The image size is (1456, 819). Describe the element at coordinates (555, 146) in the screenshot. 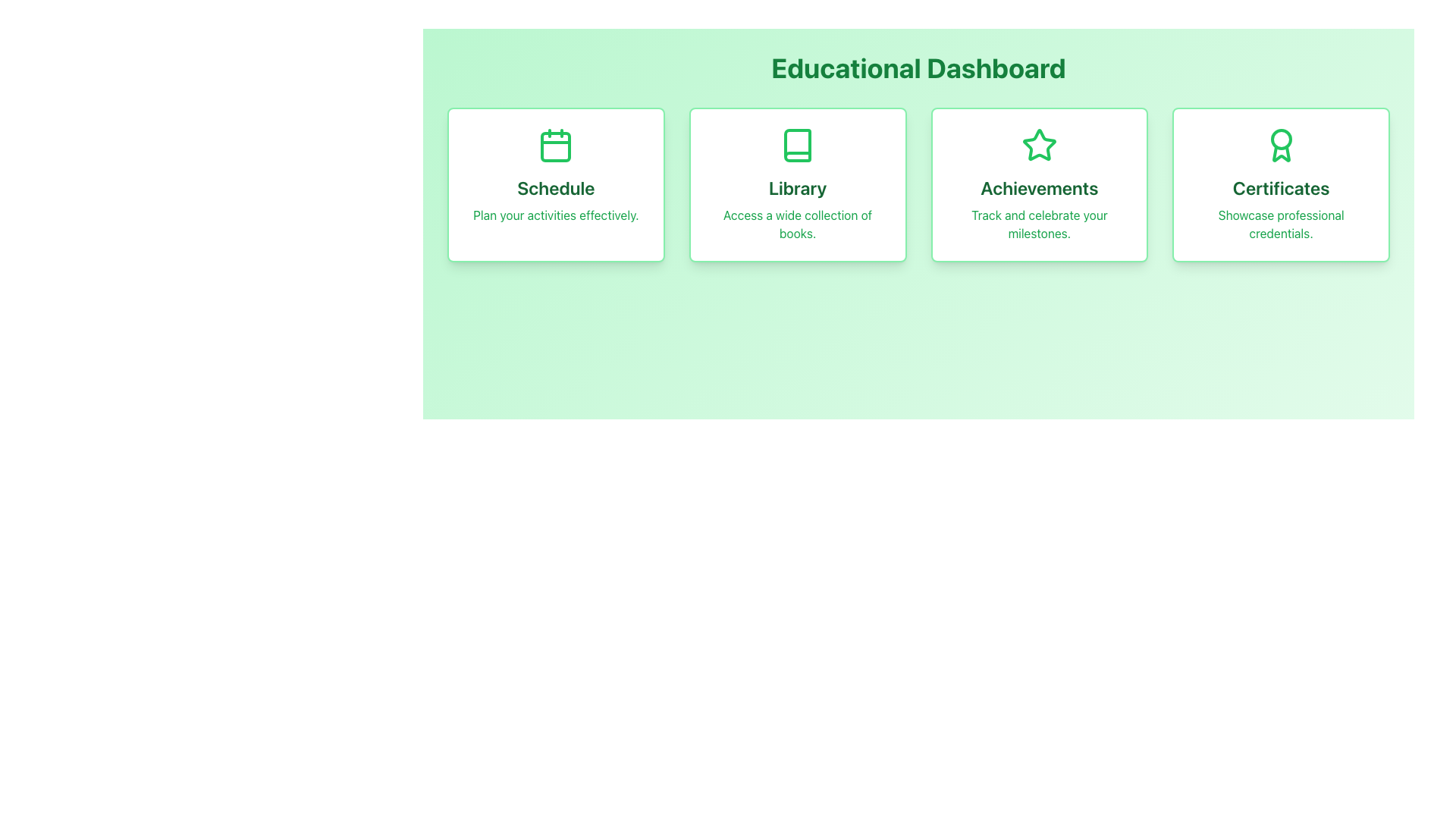

I see `the white rectangle with rounded corners embedded in the green calendar icon located in the 'Schedule' section` at that location.